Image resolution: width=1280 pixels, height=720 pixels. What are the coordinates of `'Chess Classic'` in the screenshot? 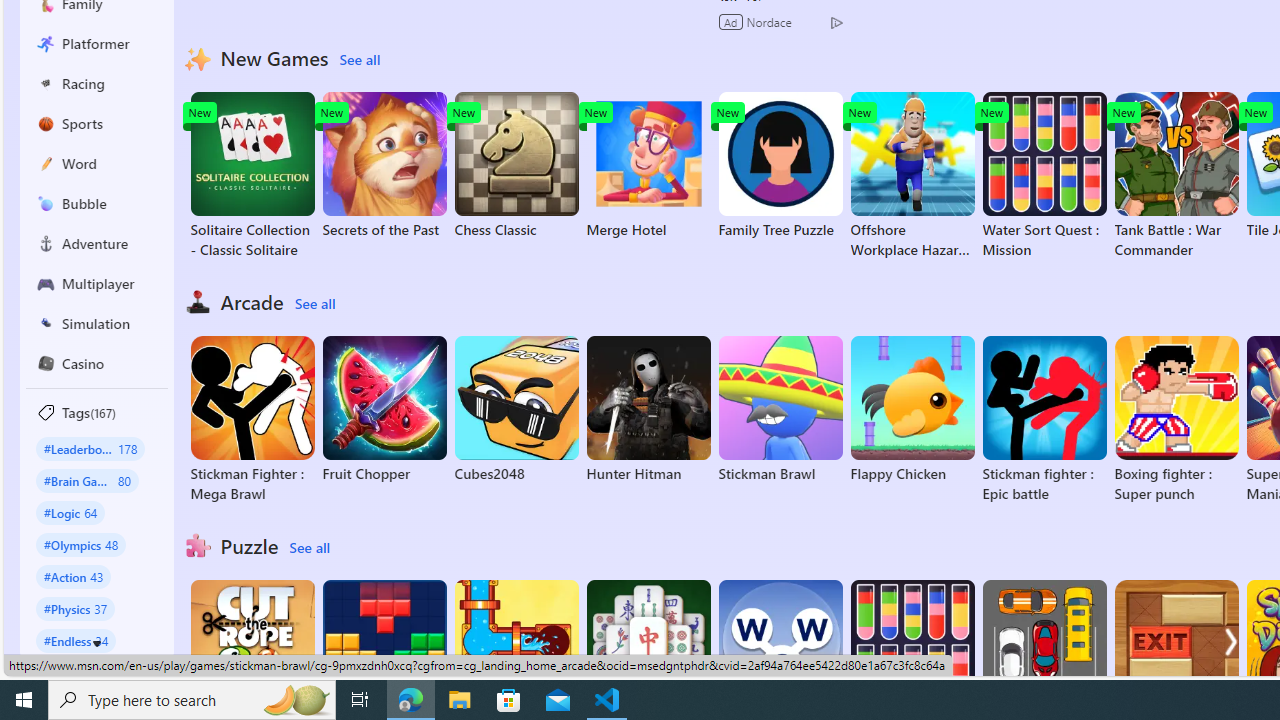 It's located at (516, 164).